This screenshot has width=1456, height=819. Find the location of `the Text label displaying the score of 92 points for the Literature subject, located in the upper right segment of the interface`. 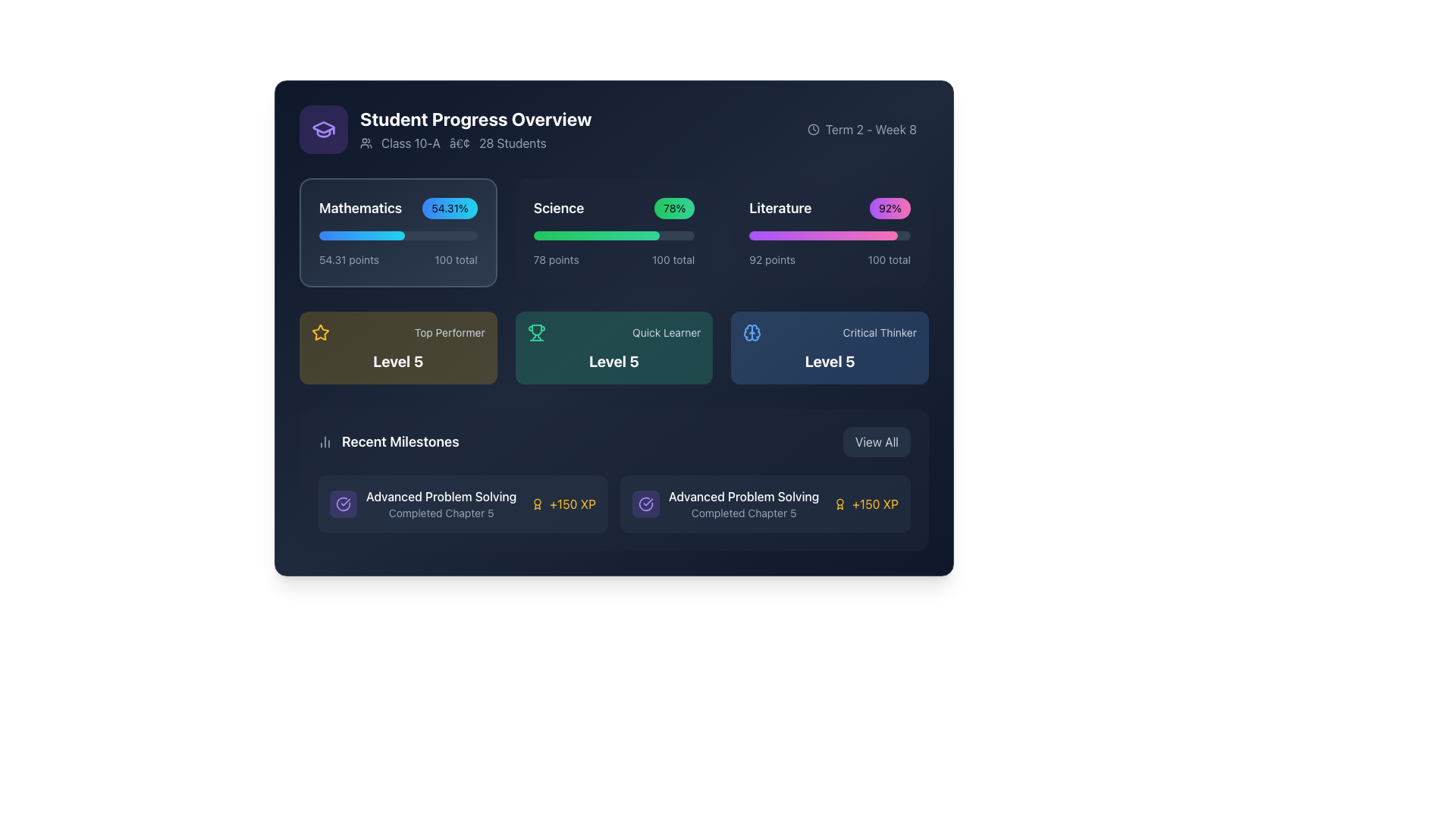

the Text label displaying the score of 92 points for the Literature subject, located in the upper right segment of the interface is located at coordinates (772, 259).